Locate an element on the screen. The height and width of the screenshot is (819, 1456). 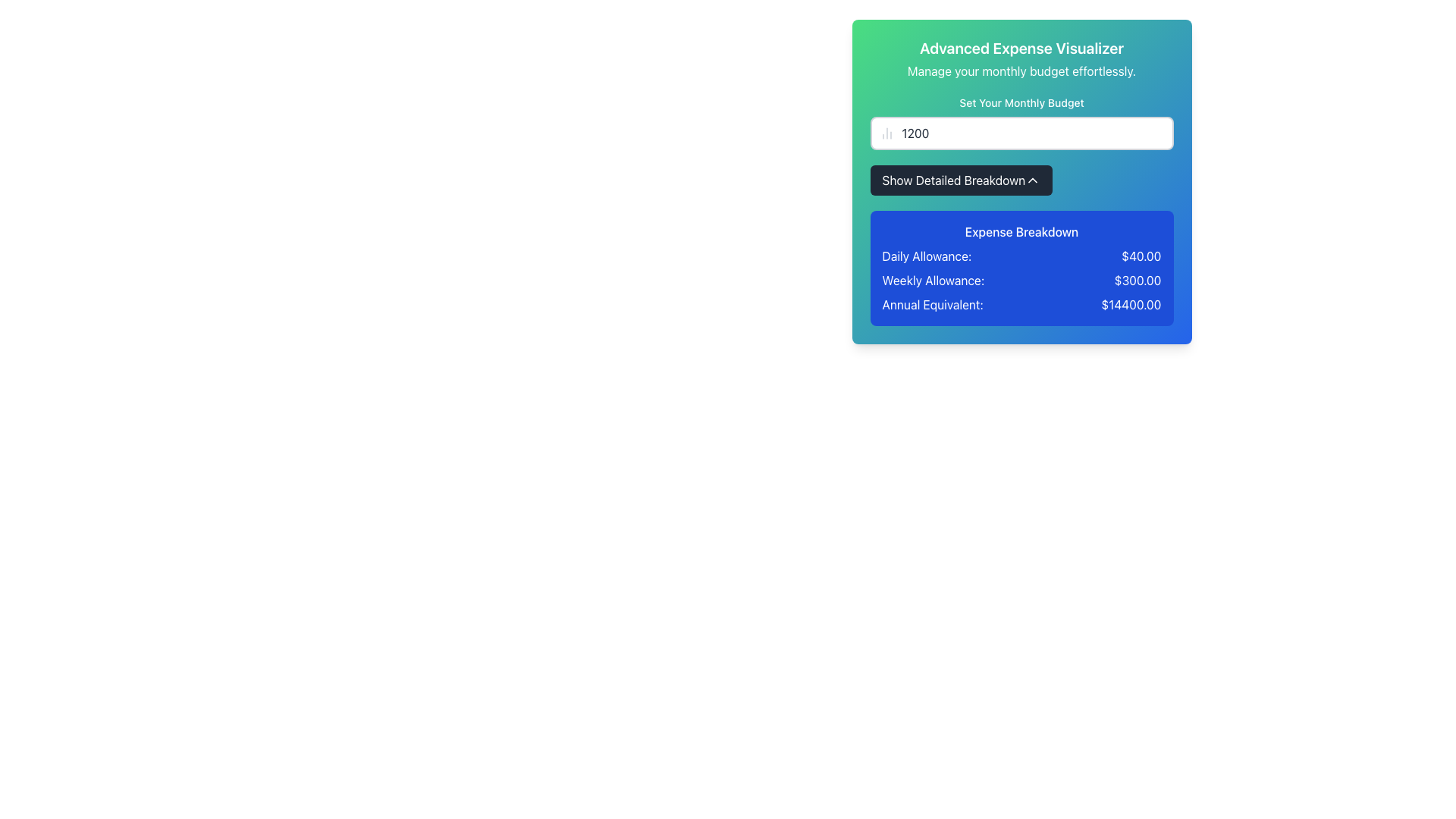
the text label that reads 'Manage your monthly budget effortlessly.' which is styled in white against a gradient background, located below 'Advanced Expense Visualizer' and above 'Set Your Monthly Budget.' is located at coordinates (1021, 71).